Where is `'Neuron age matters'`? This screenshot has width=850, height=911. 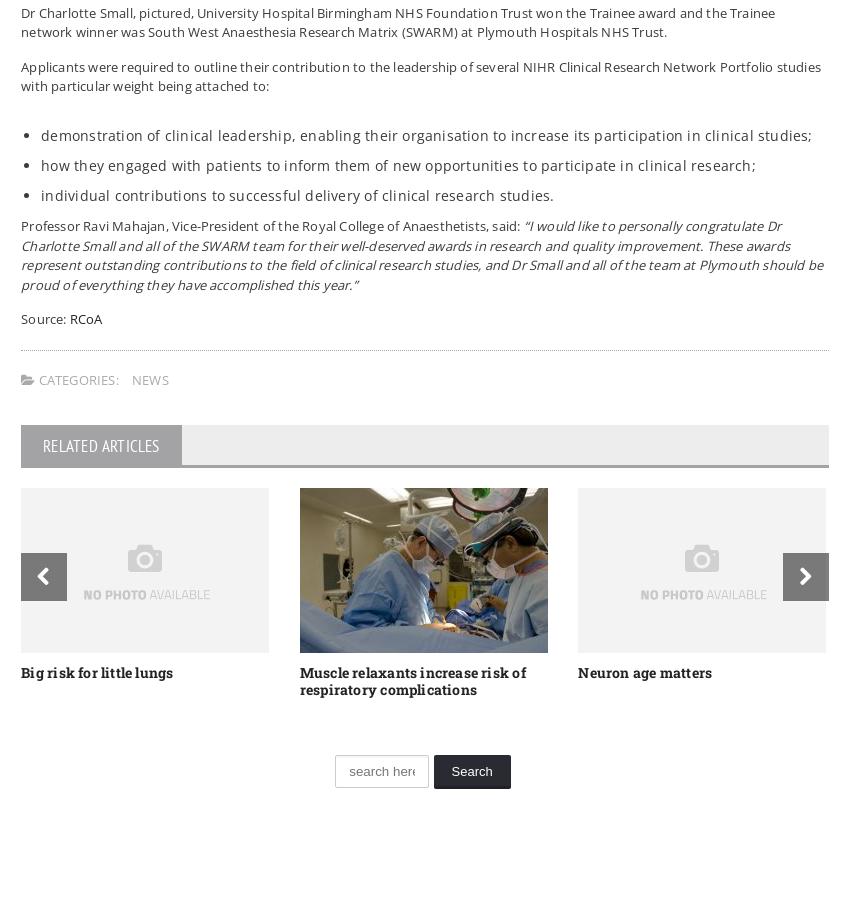 'Neuron age matters' is located at coordinates (644, 670).